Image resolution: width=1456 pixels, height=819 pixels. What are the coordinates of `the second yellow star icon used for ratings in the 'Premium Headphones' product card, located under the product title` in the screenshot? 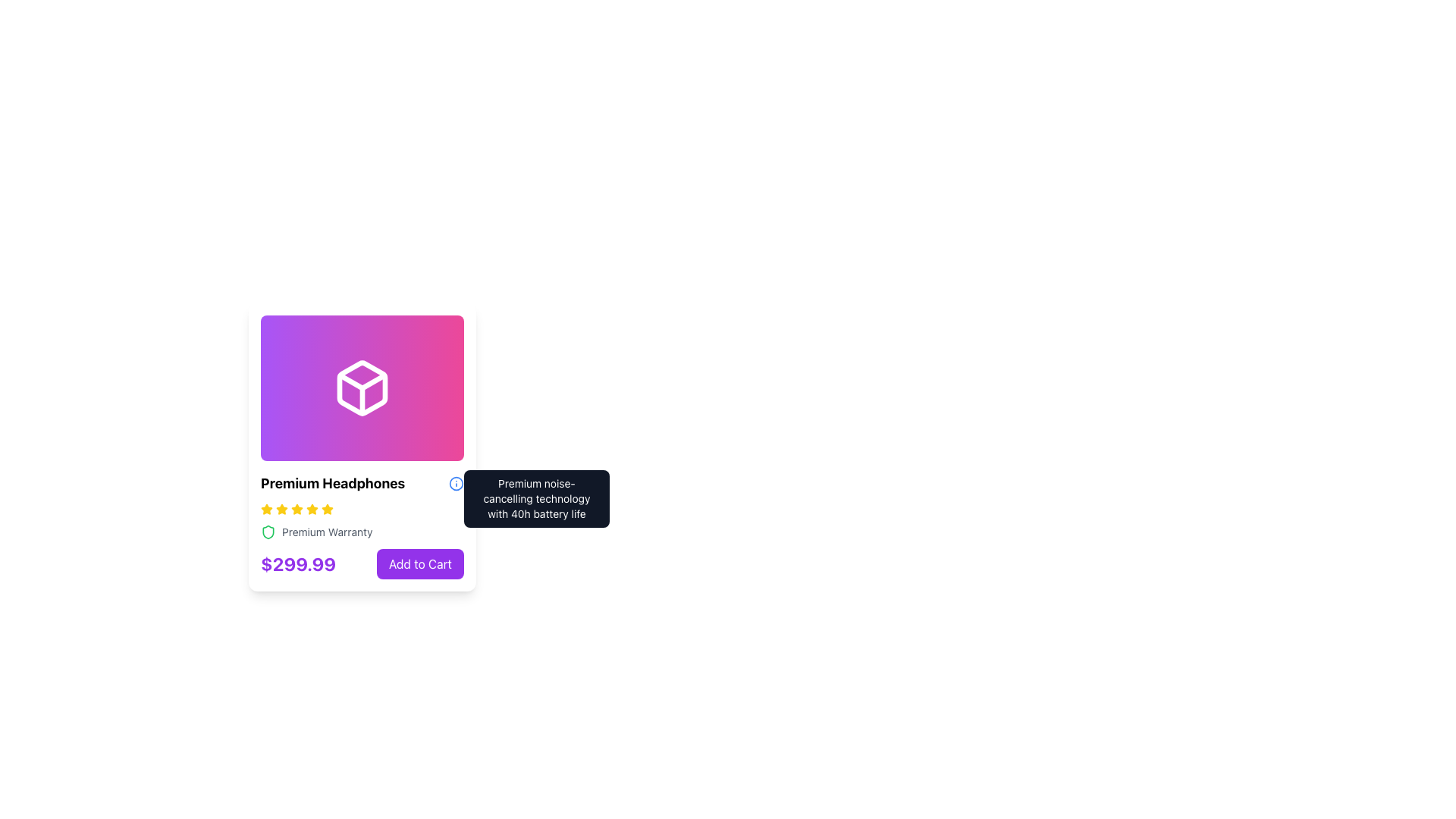 It's located at (266, 509).